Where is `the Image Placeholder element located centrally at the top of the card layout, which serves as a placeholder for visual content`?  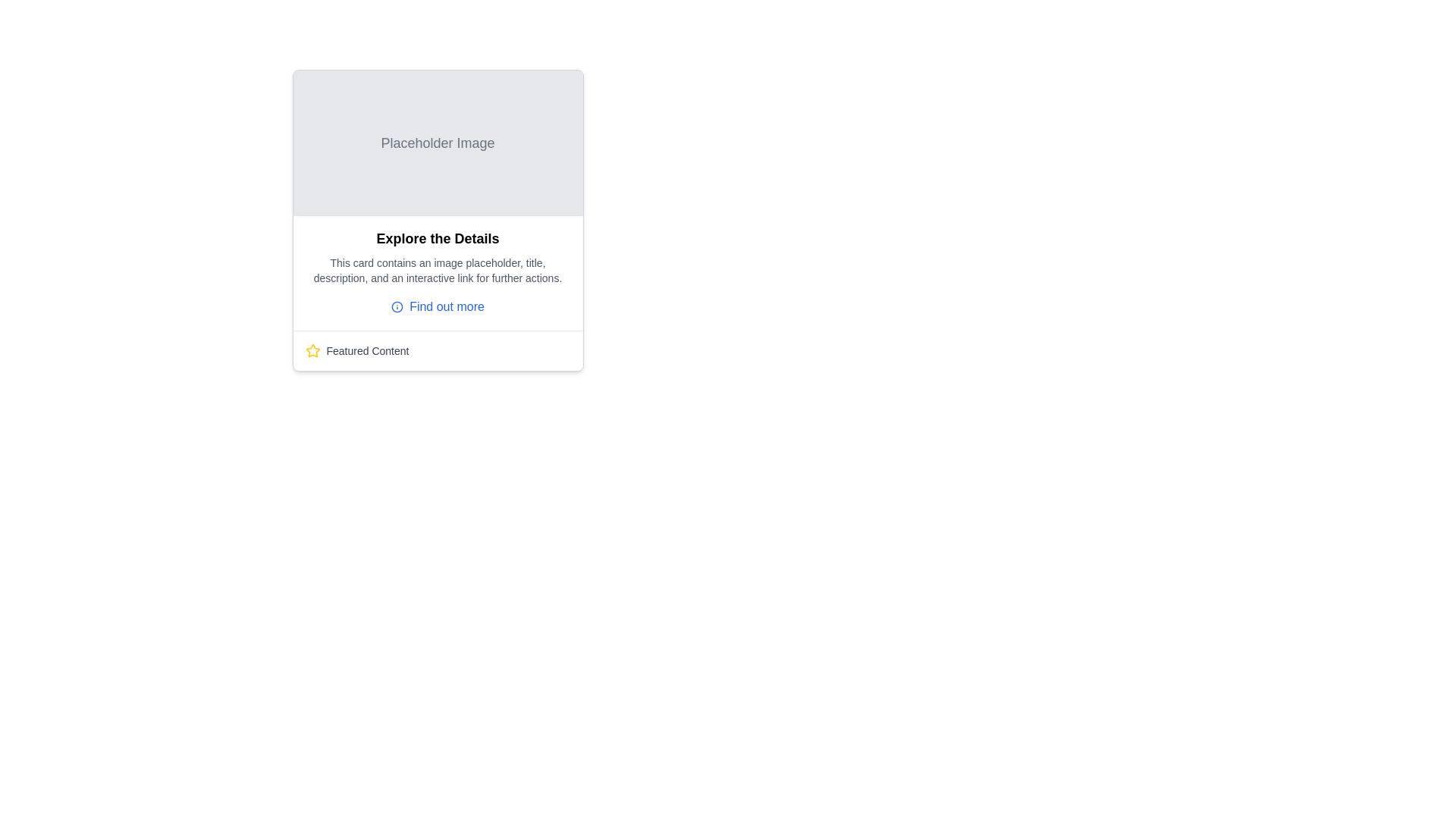
the Image Placeholder element located centrally at the top of the card layout, which serves as a placeholder for visual content is located at coordinates (437, 143).